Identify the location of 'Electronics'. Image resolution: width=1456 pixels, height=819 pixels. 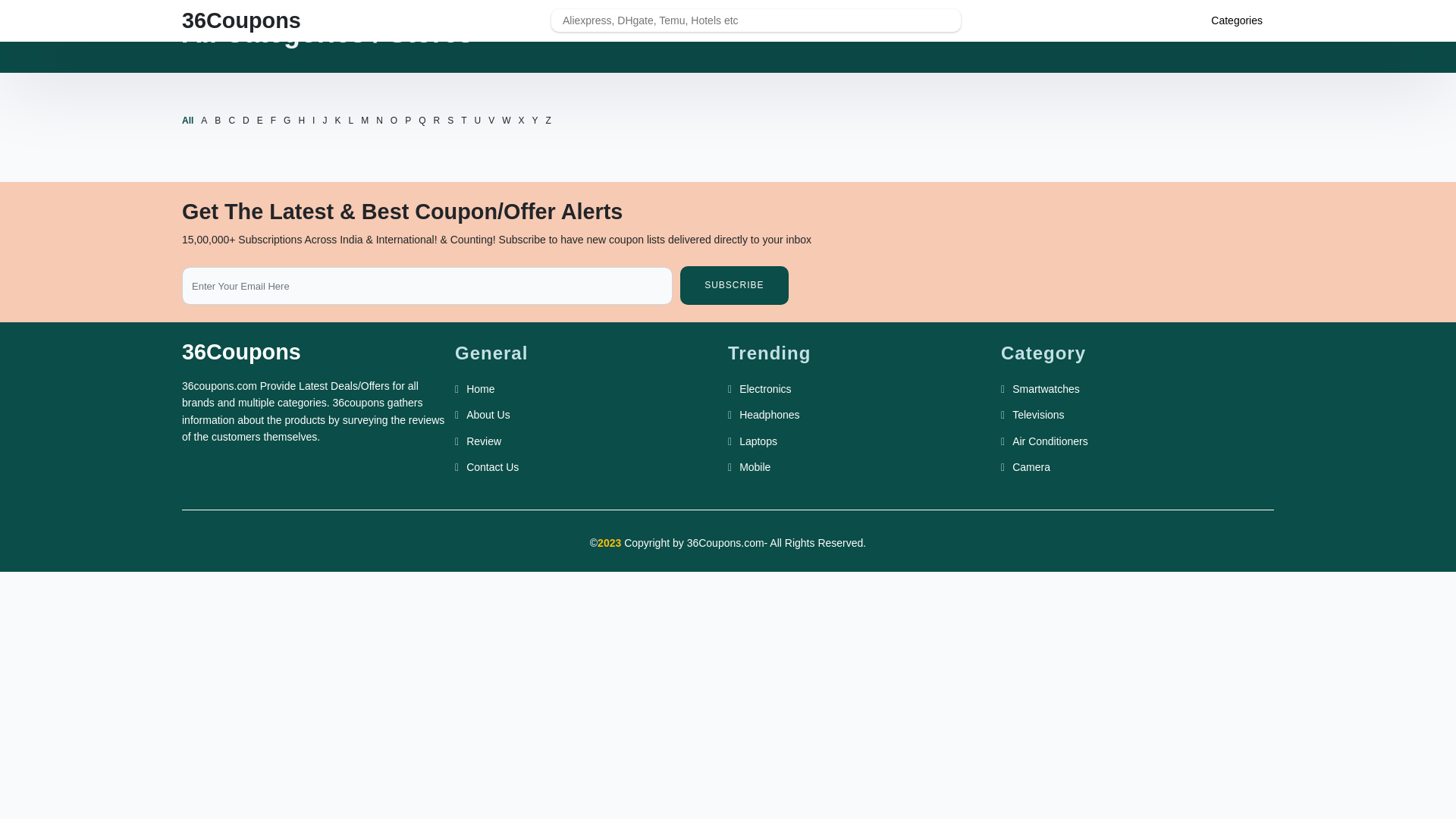
(739, 388).